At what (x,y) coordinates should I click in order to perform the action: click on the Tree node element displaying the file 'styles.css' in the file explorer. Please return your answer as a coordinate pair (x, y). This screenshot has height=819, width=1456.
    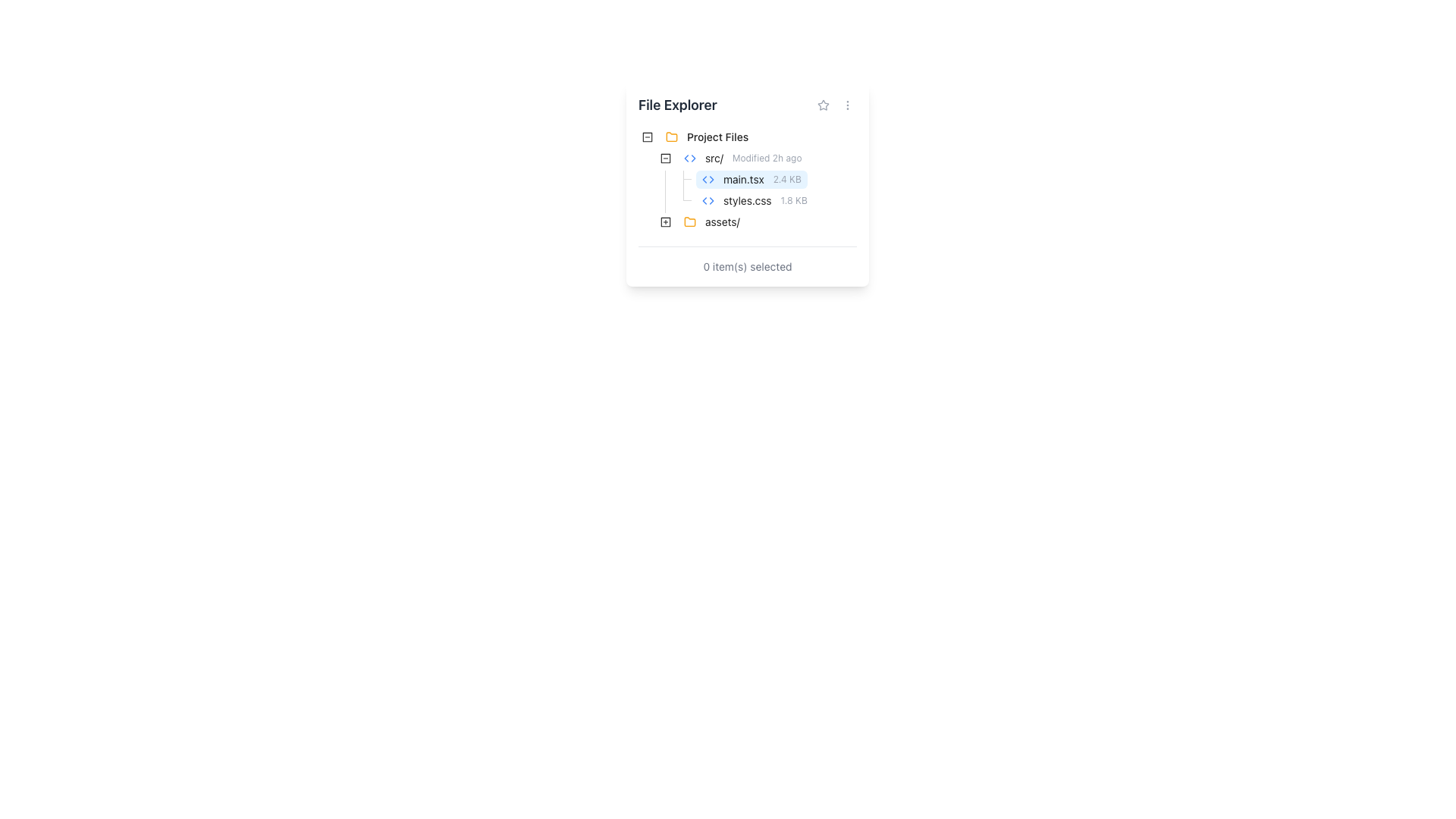
    Looking at the image, I should click on (755, 200).